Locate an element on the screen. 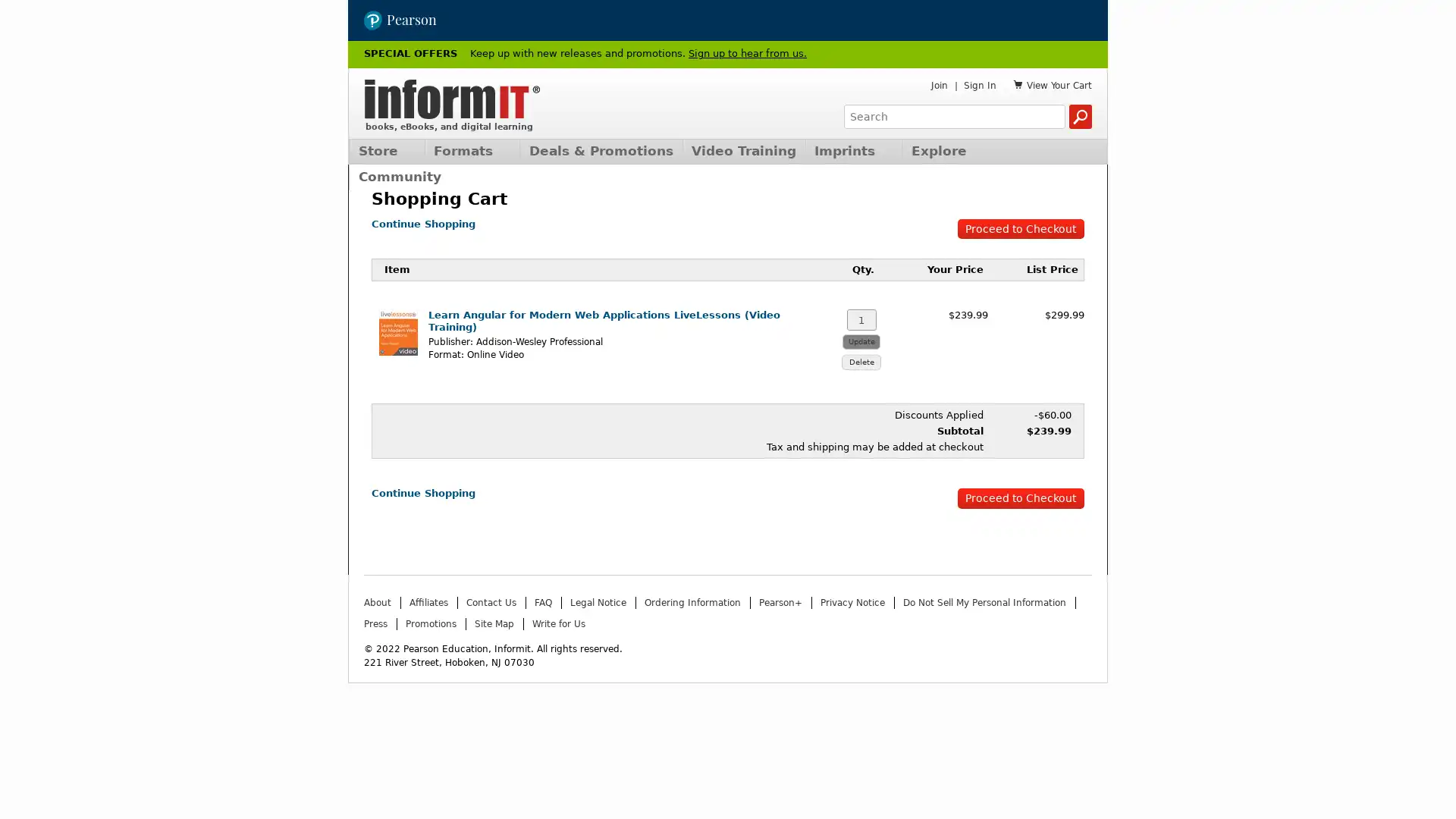 Image resolution: width=1456 pixels, height=819 pixels. Update is located at coordinates (861, 338).